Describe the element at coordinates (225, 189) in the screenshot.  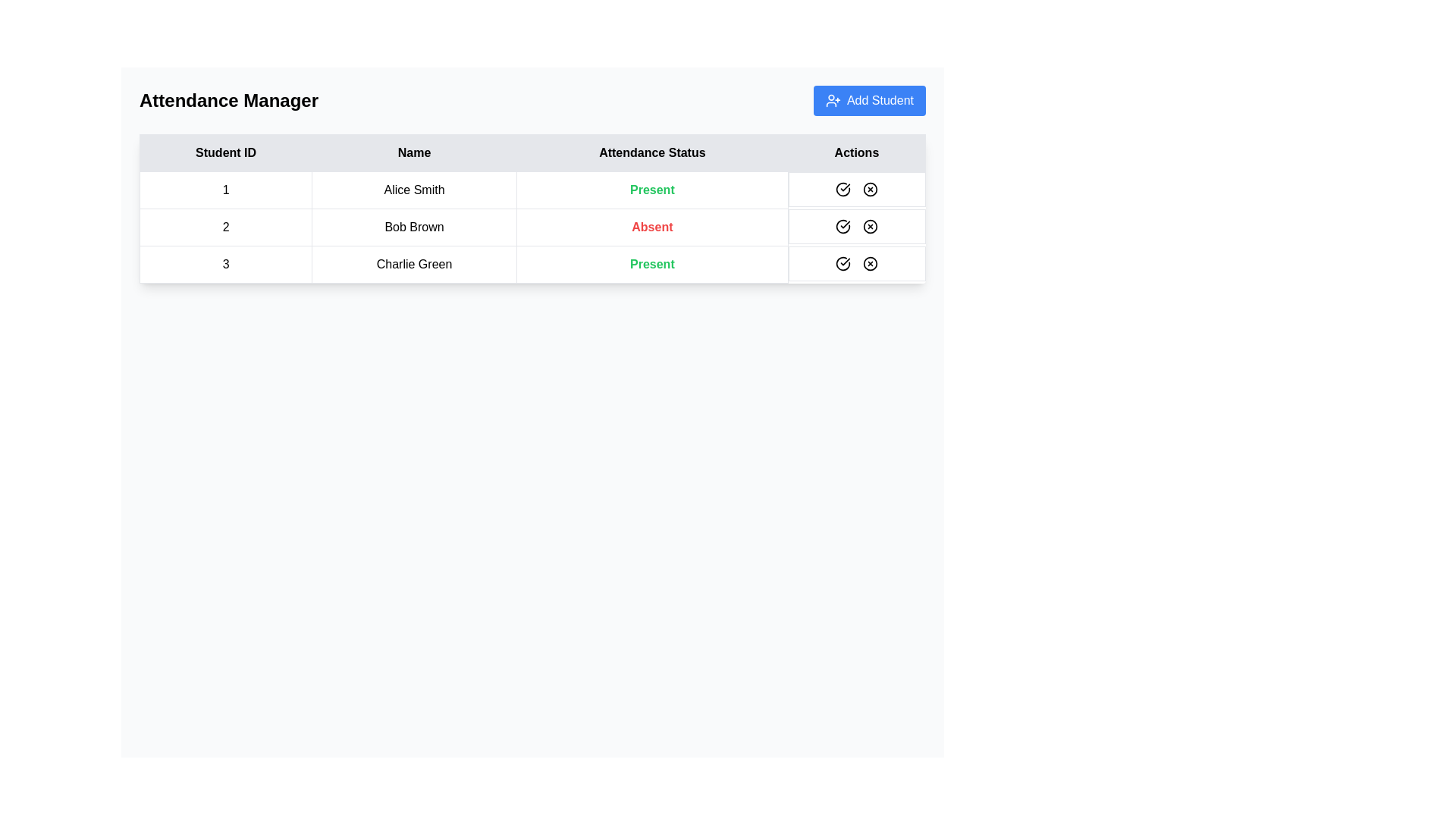
I see `the Static text element representing the student ID number '1' for Alice Smith, located in the first cell of the 'Student ID' column in the attendance table` at that location.